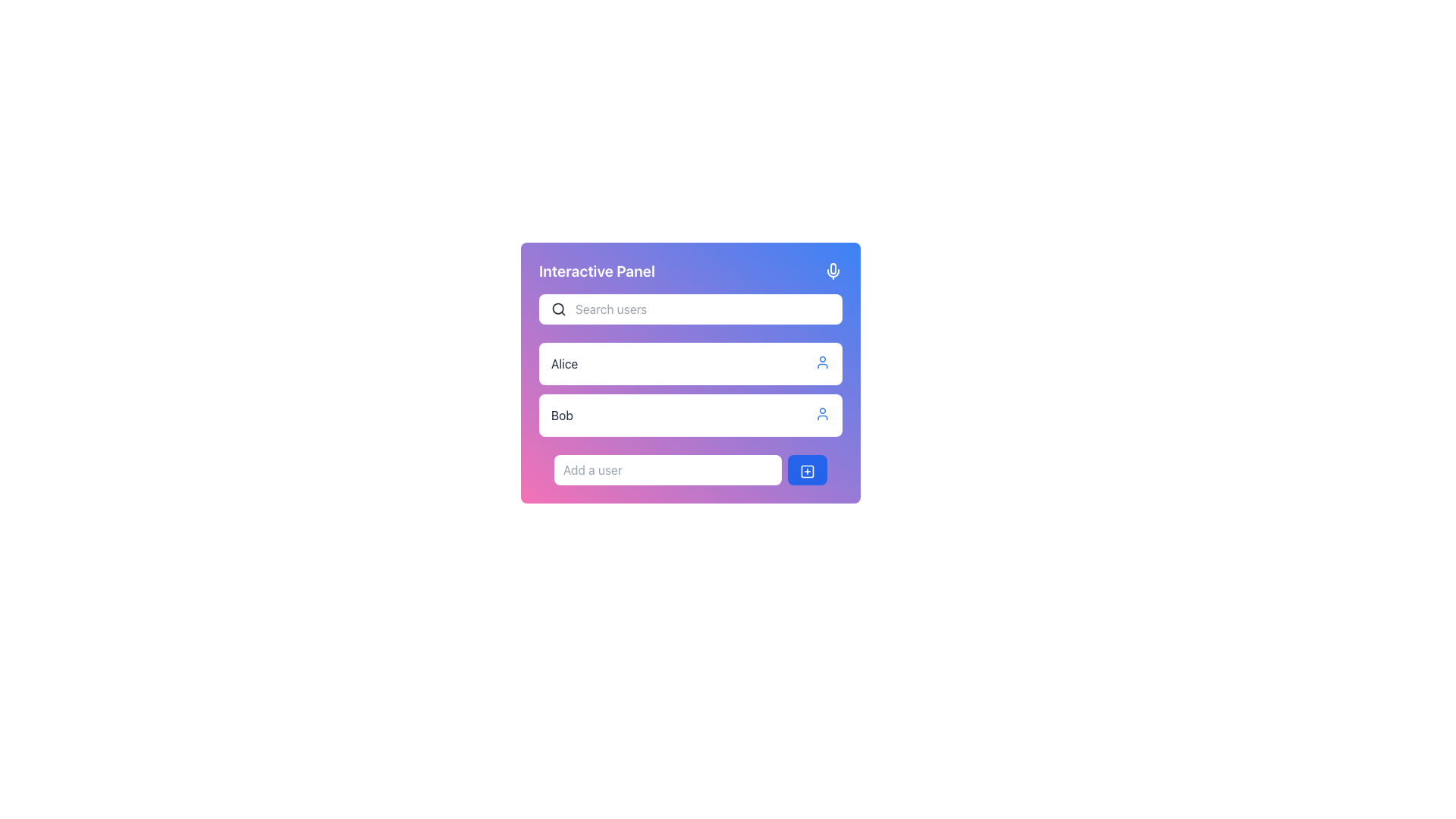  What do you see at coordinates (807, 469) in the screenshot?
I see `the button that allows users to add a user or submit text, enabling keyboard interaction` at bounding box center [807, 469].